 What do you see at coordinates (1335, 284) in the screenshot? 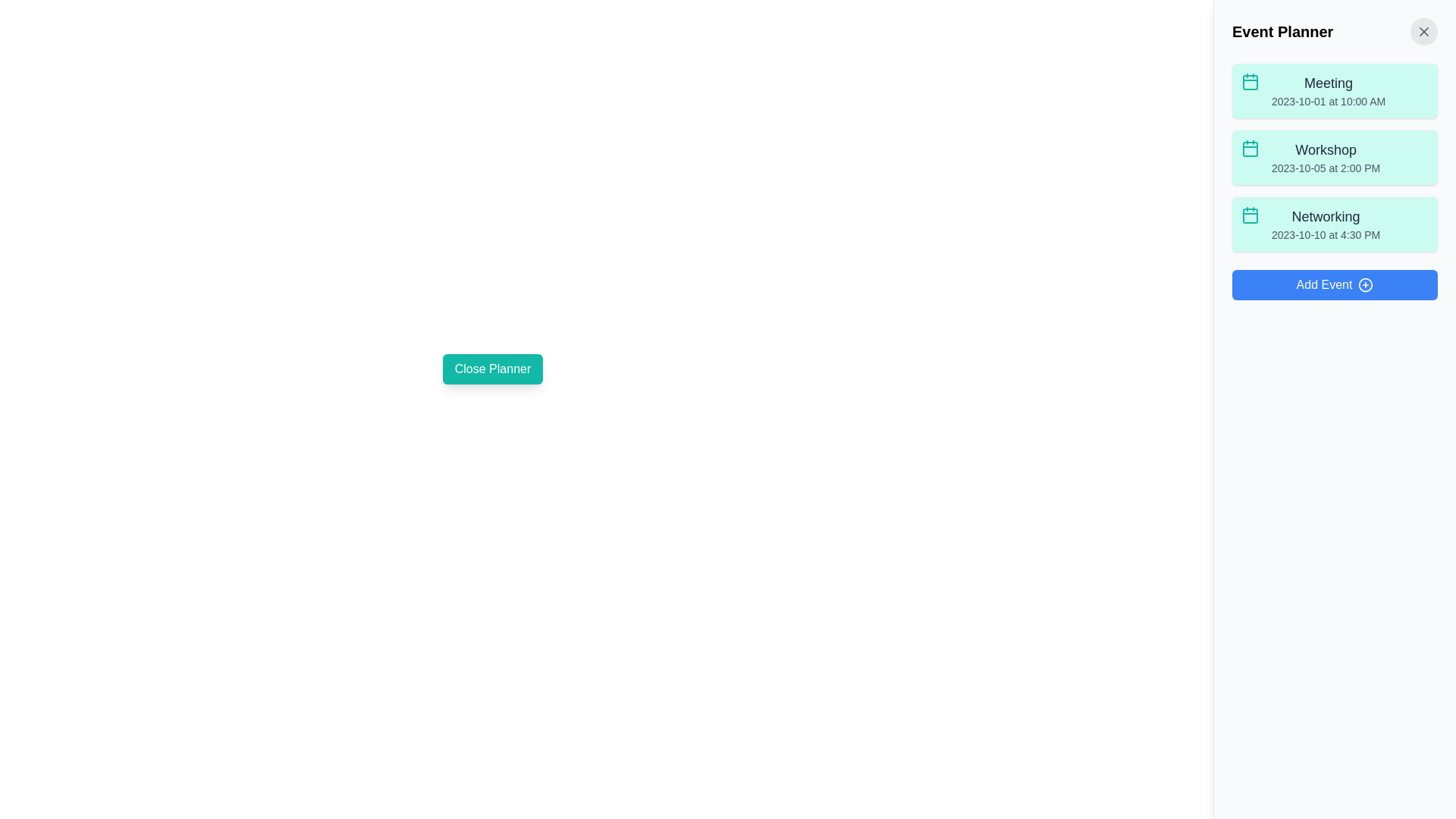
I see `the 'Add Event' button, which is a rectangular button with a blue background and white text, located at the bottom of the right-hand side panel labeled 'Event Planner'` at bounding box center [1335, 284].